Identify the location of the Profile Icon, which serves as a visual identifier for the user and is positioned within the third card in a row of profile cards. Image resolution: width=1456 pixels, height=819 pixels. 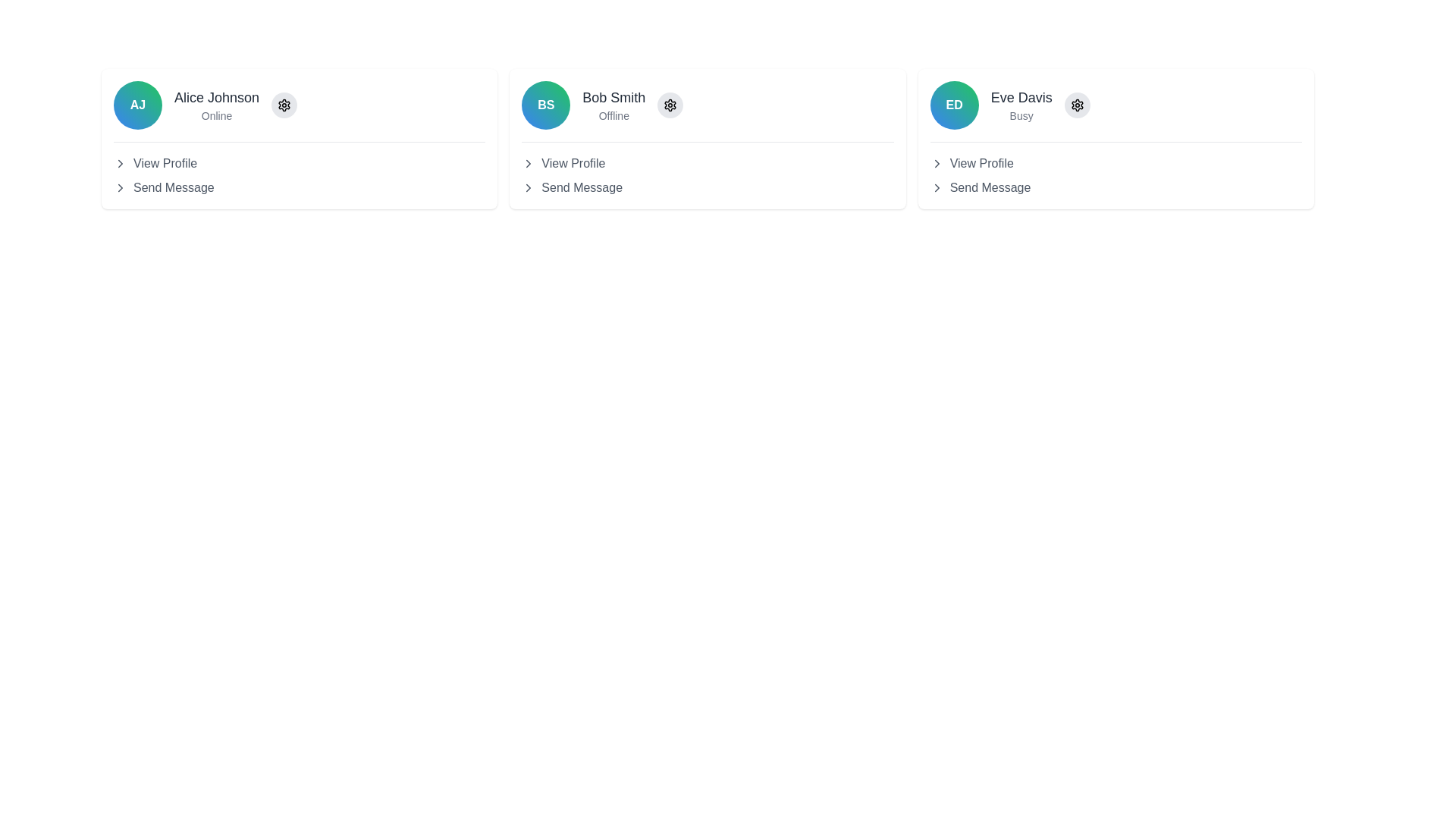
(953, 104).